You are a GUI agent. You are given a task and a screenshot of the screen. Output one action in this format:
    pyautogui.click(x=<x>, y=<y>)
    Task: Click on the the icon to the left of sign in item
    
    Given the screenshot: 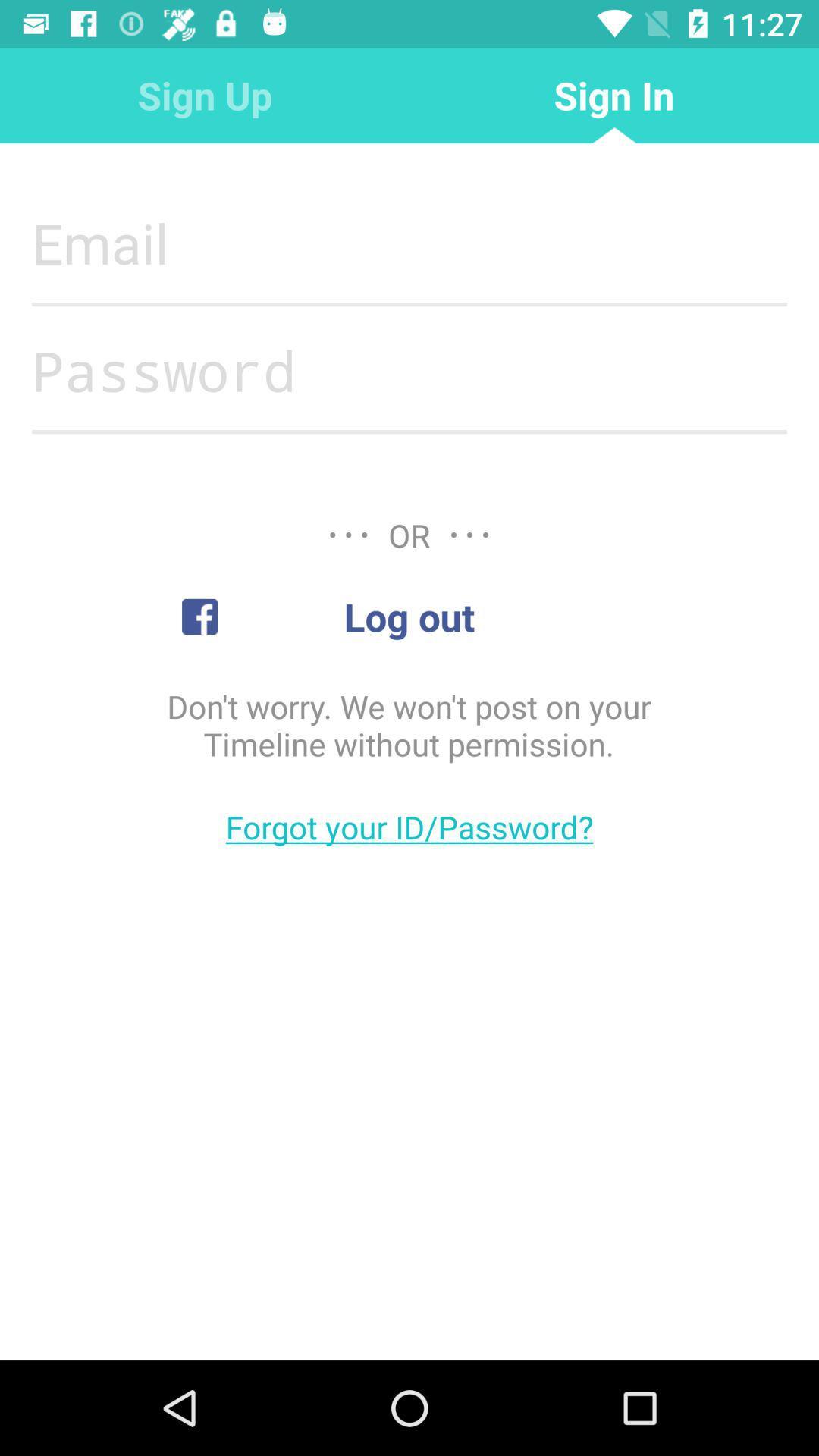 What is the action you would take?
    pyautogui.click(x=205, y=94)
    